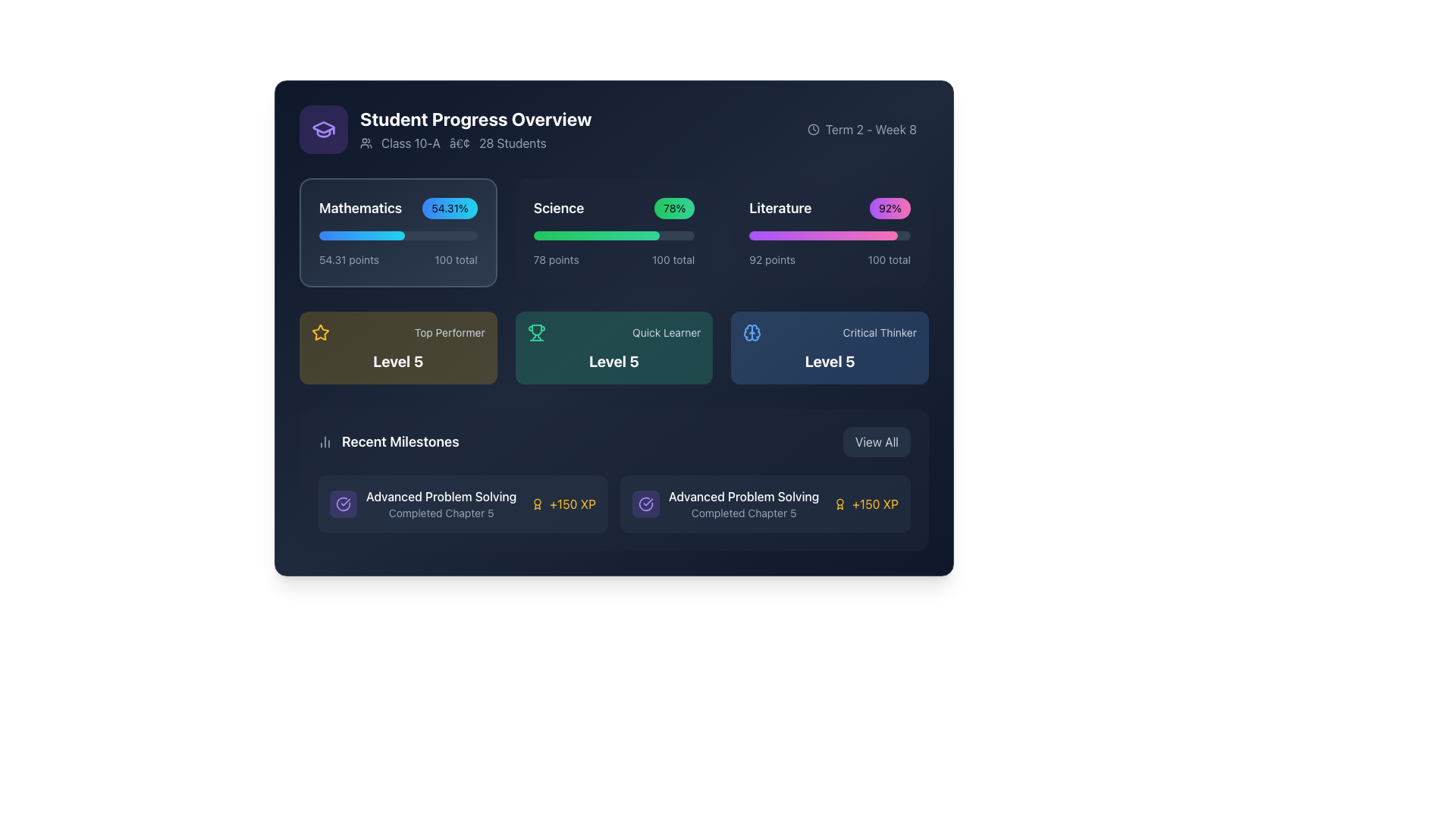  What do you see at coordinates (667, 332) in the screenshot?
I see `the static text label that says 'Quick Learner', which is styled in a small, light-colored font against a dark green background, positioned within the 'Level 5' green card` at bounding box center [667, 332].